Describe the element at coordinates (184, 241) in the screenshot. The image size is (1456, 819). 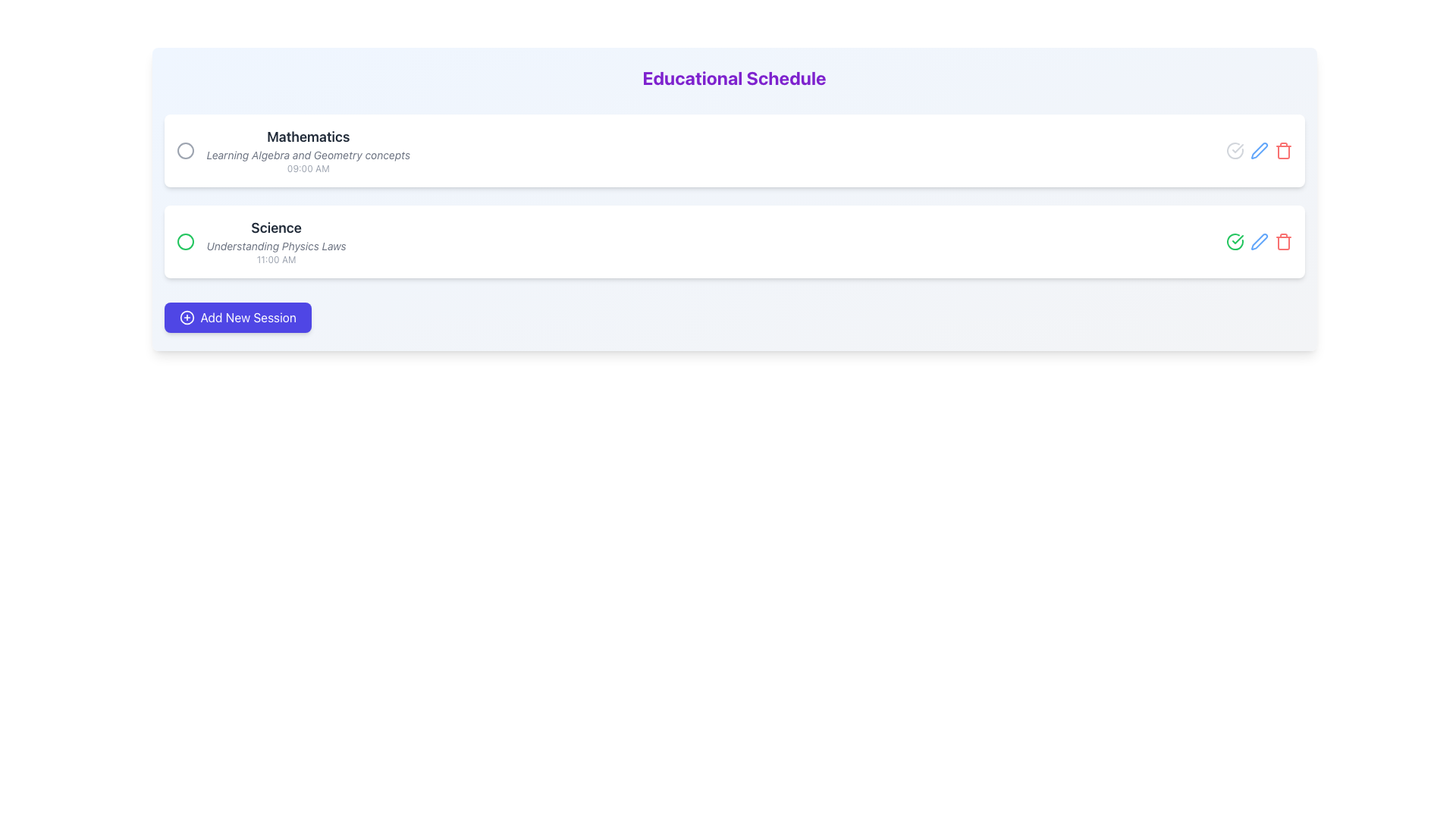
I see `the status indication represented by the icon located to the left of the 'Science' title in the session card` at that location.